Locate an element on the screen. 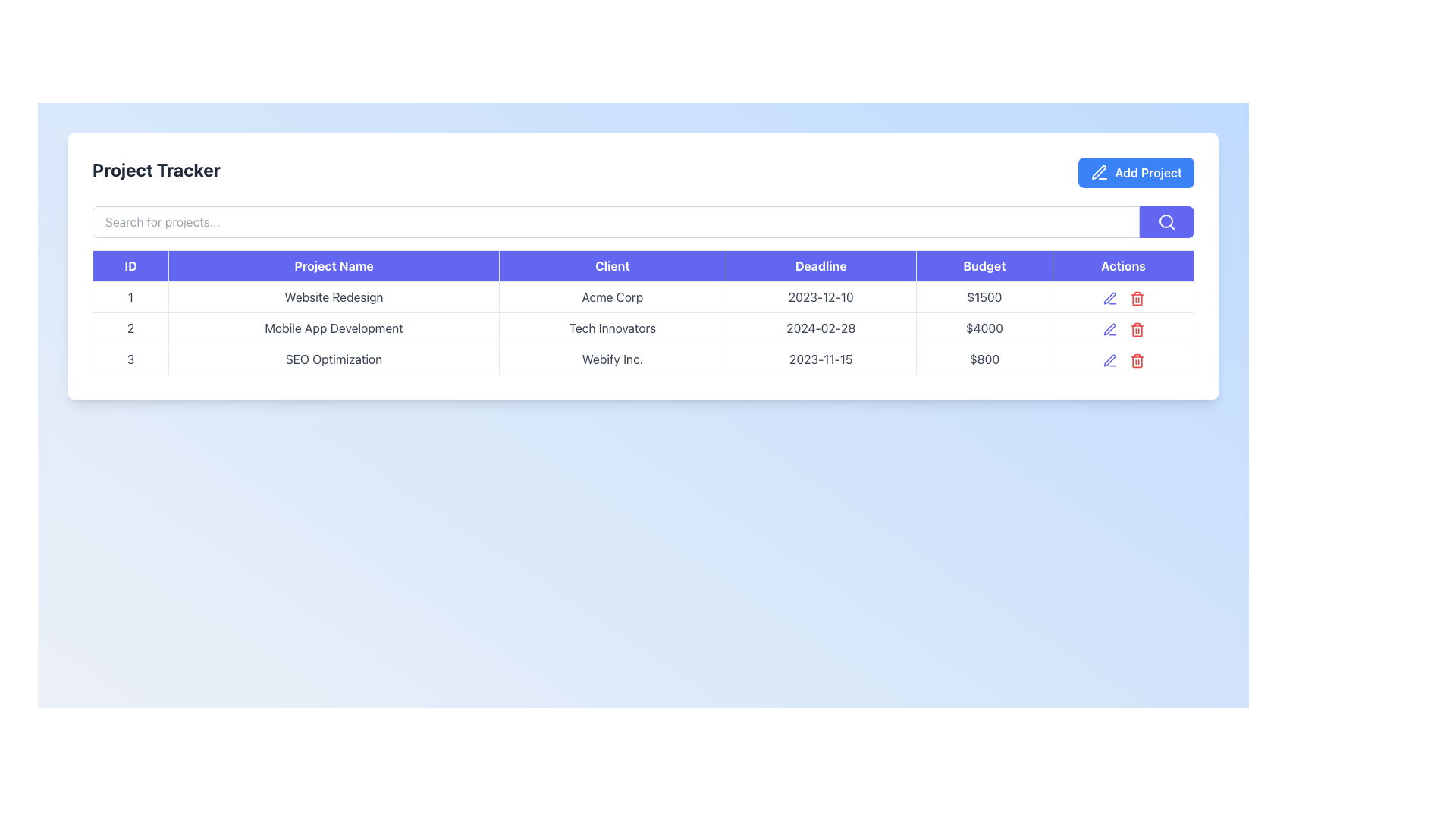 The width and height of the screenshot is (1456, 819). the monetary value text label in the 'Budget' column of the first row in the table, which is the fifth column following the 'Deadline' column is located at coordinates (984, 297).